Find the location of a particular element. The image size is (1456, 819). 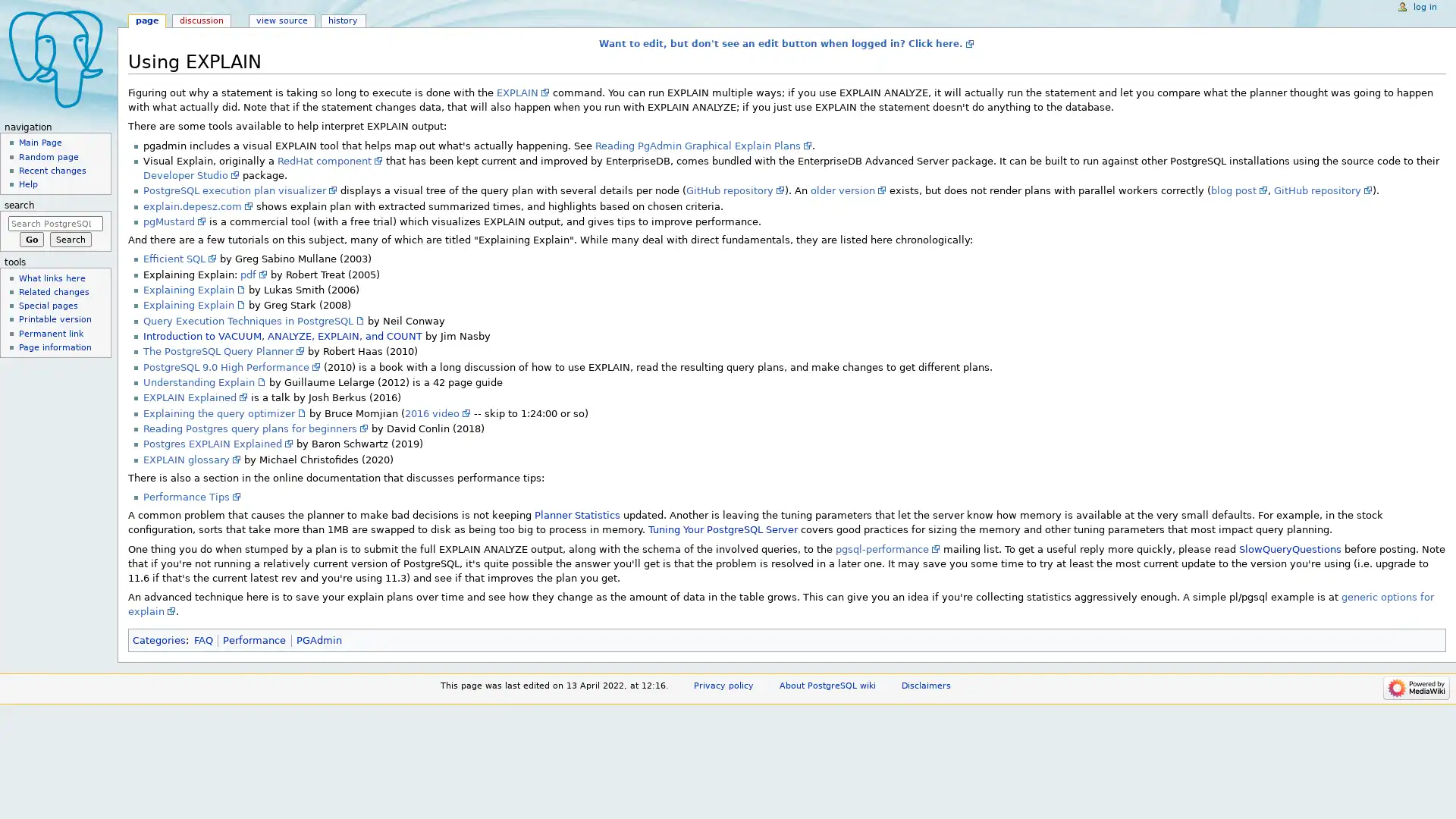

Go is located at coordinates (31, 239).